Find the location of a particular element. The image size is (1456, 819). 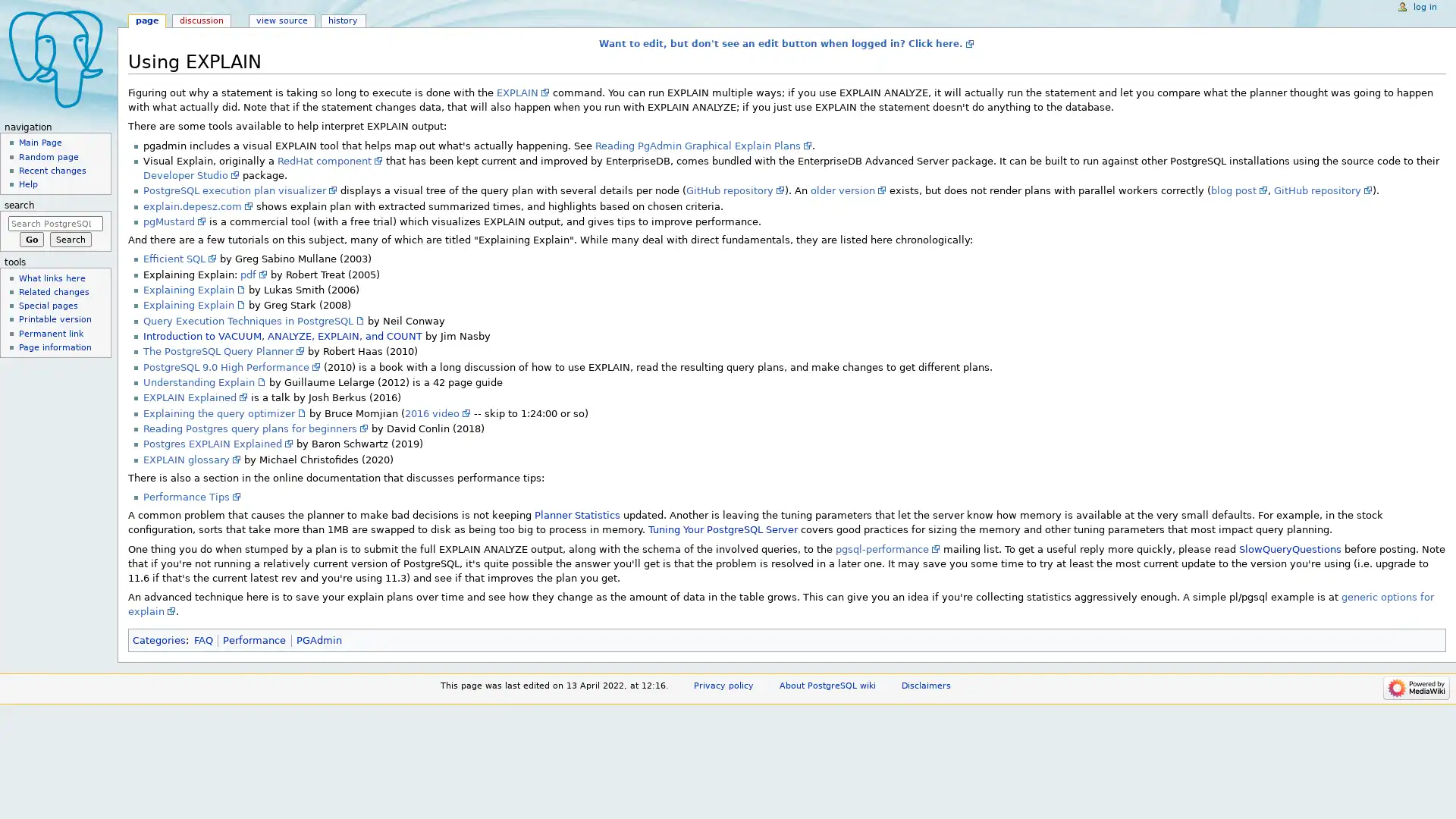

Go is located at coordinates (31, 239).